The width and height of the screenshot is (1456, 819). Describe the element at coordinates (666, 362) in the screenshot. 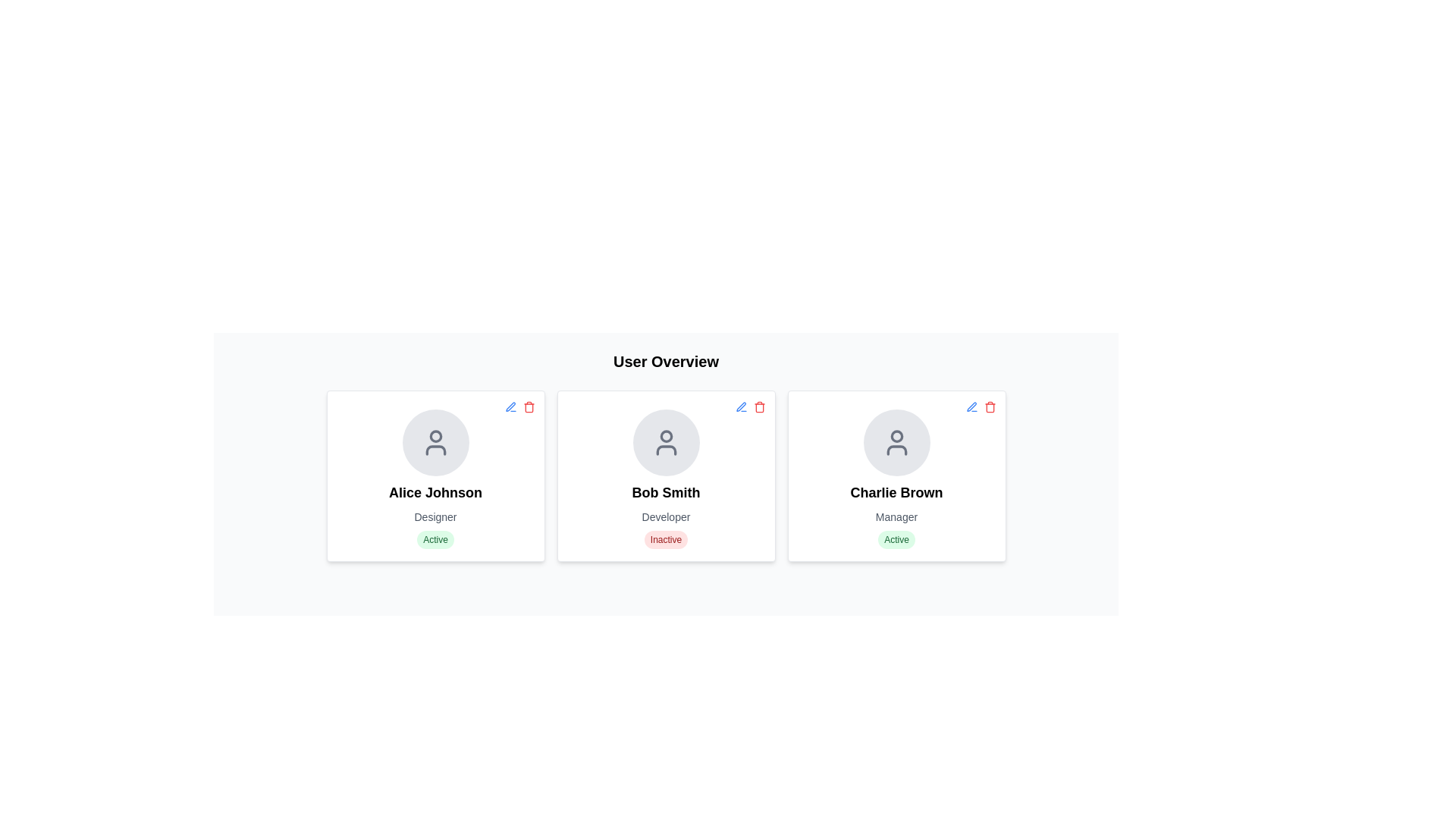

I see `the text heading 'User Overview'` at that location.